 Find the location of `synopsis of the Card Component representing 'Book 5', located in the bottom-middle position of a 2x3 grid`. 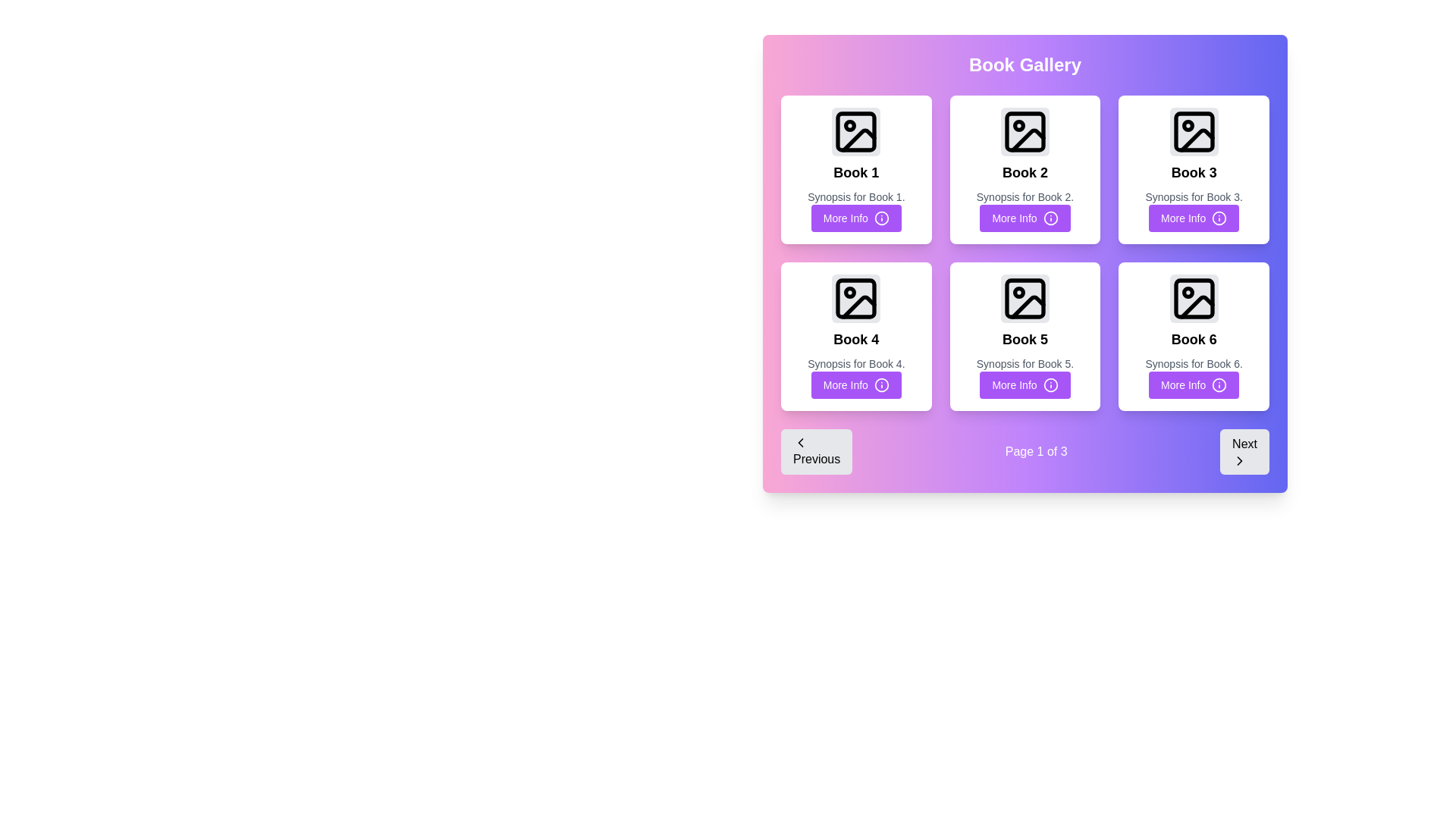

synopsis of the Card Component representing 'Book 5', located in the bottom-middle position of a 2x3 grid is located at coordinates (1025, 335).